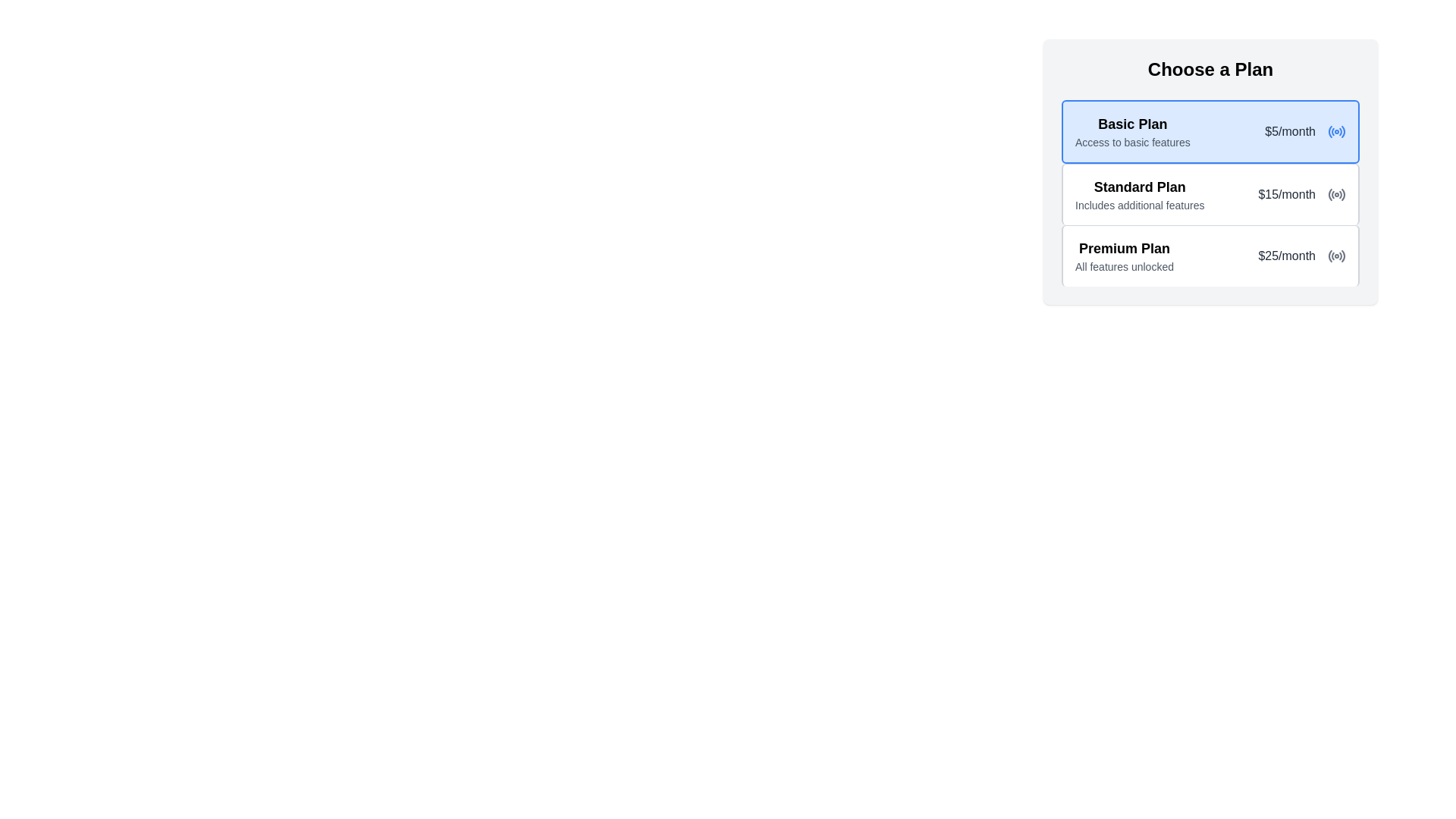  What do you see at coordinates (1301, 194) in the screenshot?
I see `the text details of the 'Standard Plan' cost located at the right edge of the 'Standard Plan' section in the pricing plans list` at bounding box center [1301, 194].